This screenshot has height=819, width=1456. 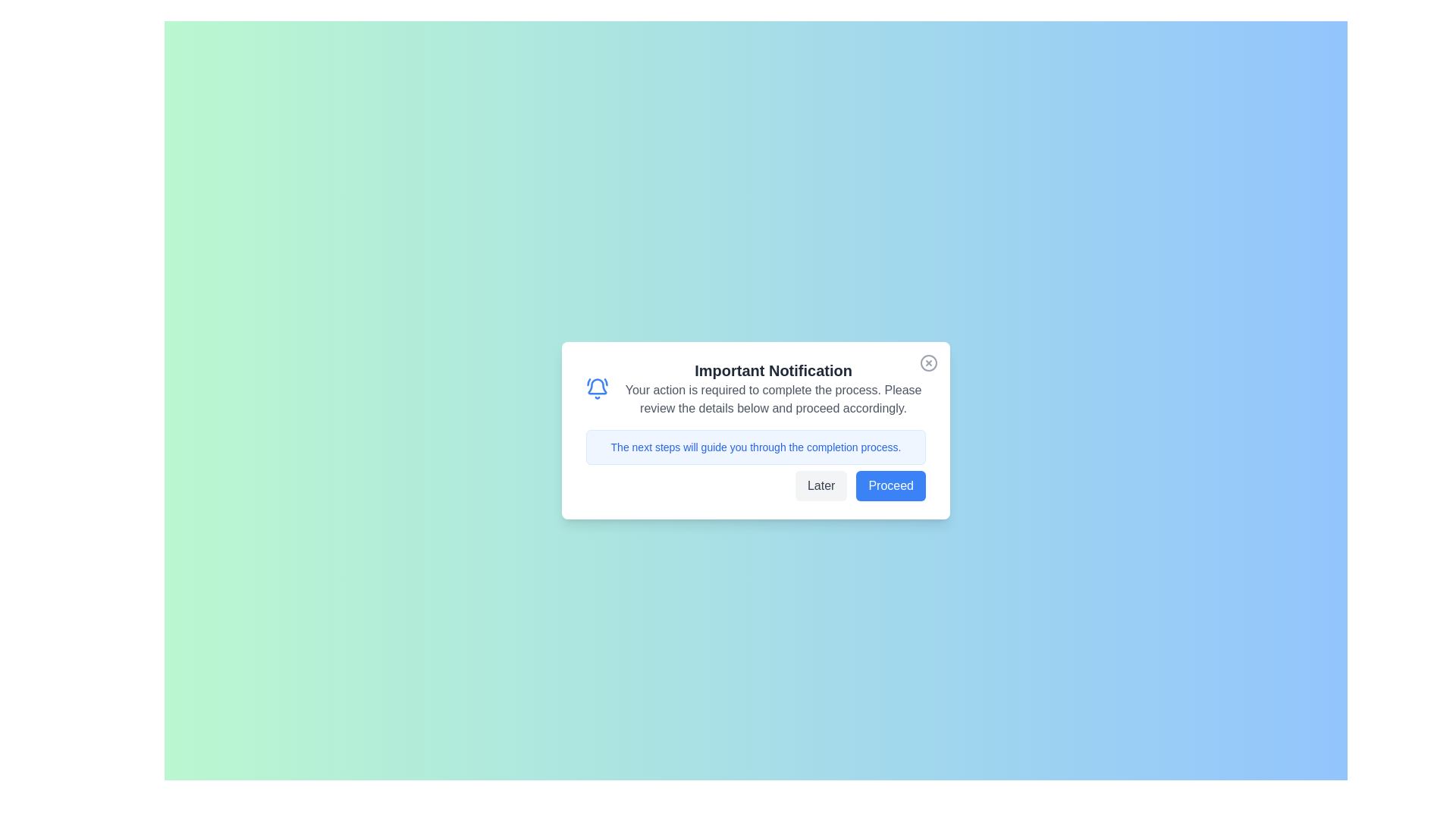 What do you see at coordinates (821, 485) in the screenshot?
I see `'Later' button to postpone the action` at bounding box center [821, 485].